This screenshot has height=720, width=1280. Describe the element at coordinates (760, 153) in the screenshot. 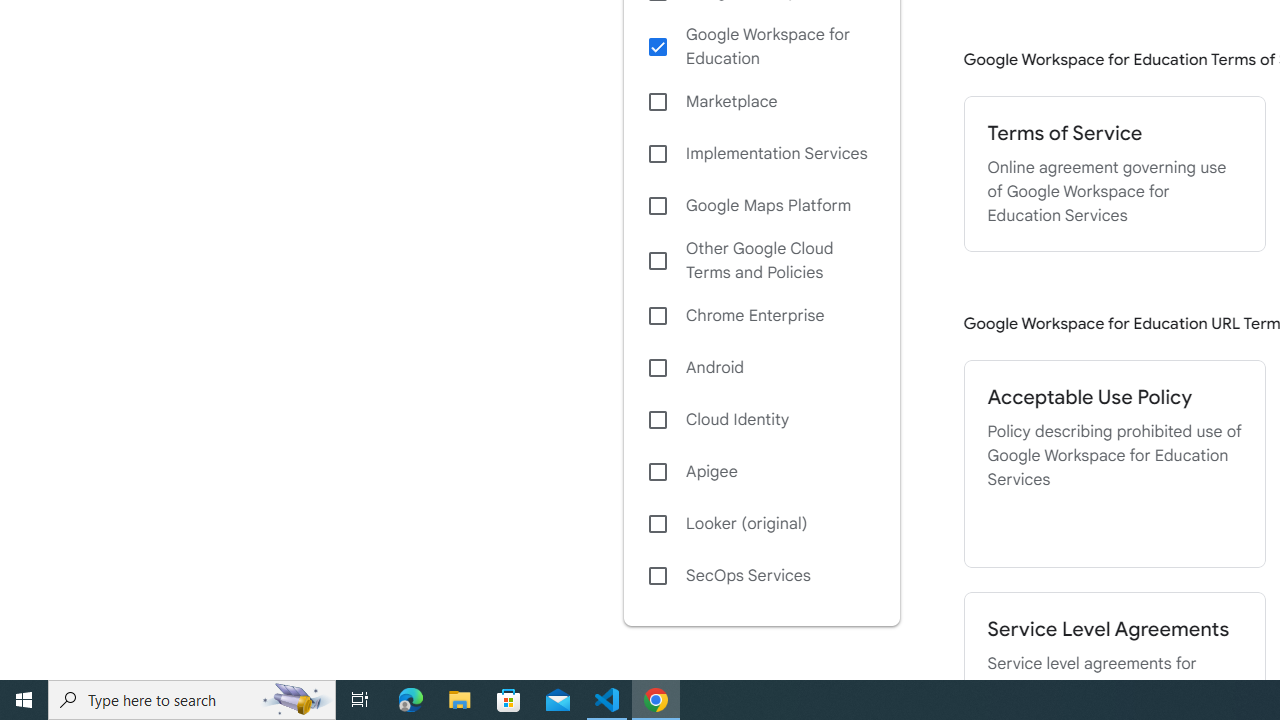

I see `'Implementation Services'` at that location.